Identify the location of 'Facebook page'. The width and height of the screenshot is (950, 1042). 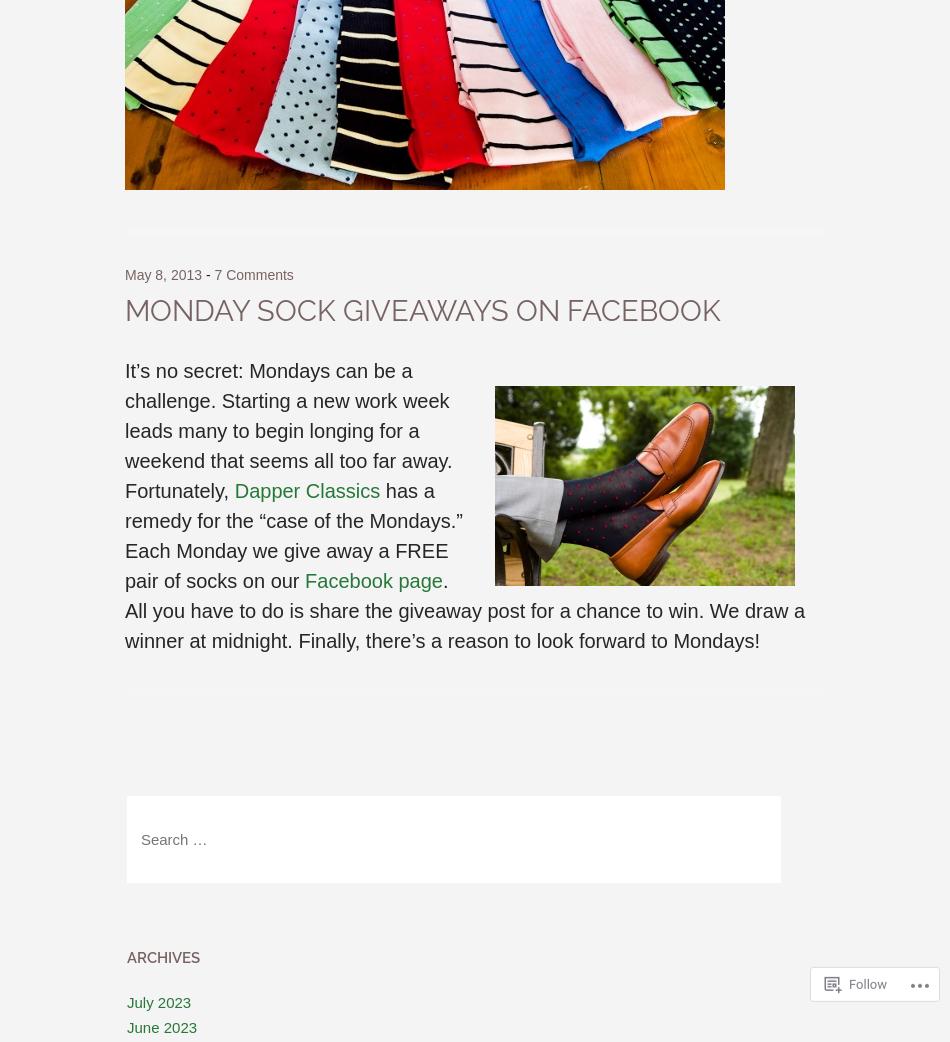
(304, 580).